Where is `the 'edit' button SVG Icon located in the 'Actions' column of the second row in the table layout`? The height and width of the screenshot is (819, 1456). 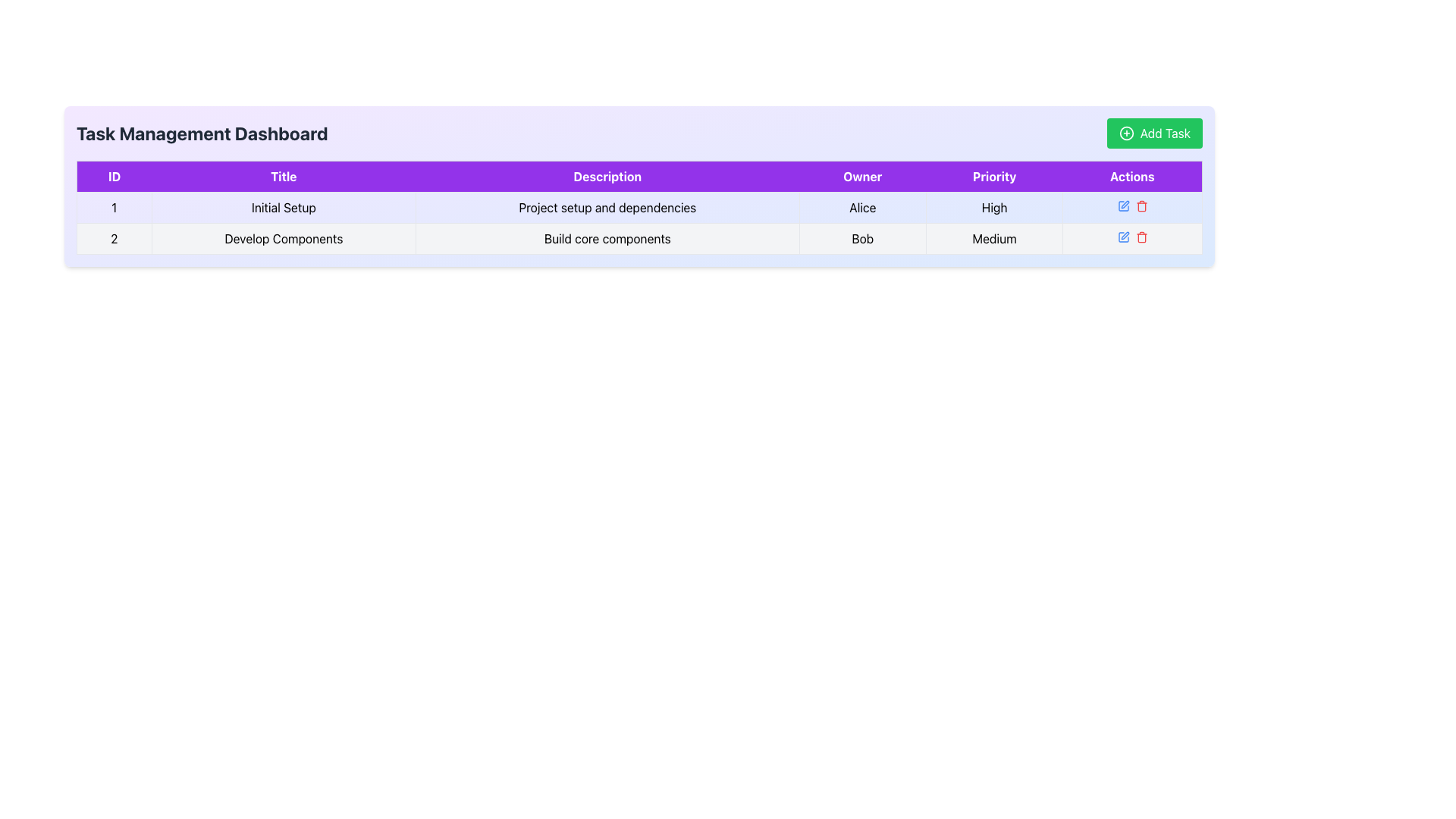
the 'edit' button SVG Icon located in the 'Actions' column of the second row in the table layout is located at coordinates (1125, 205).